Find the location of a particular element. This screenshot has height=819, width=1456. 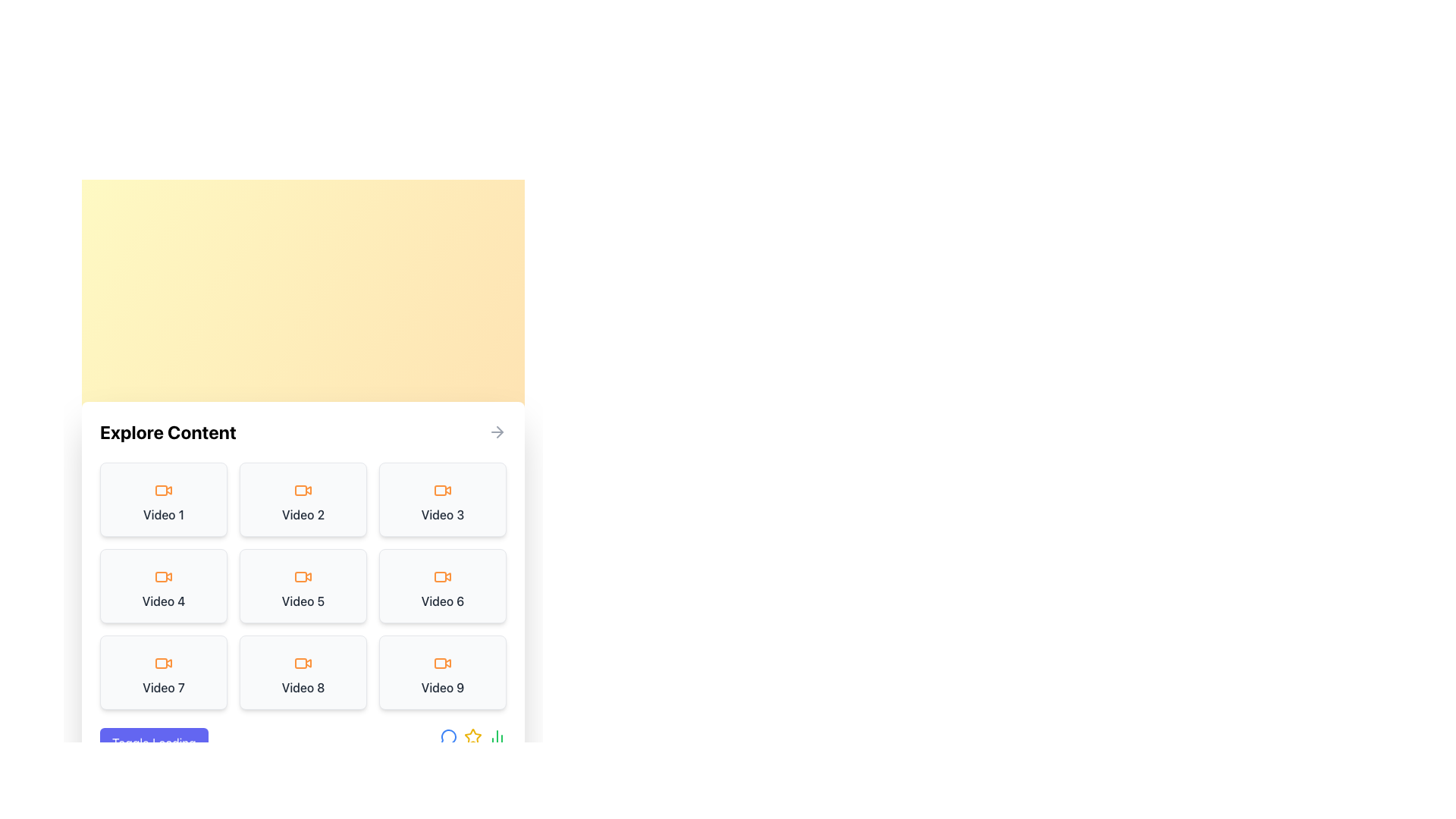

the text label for the video titled 'Video 1' located in the top-left card of the grid structure in the 'Explore Content' section is located at coordinates (164, 513).